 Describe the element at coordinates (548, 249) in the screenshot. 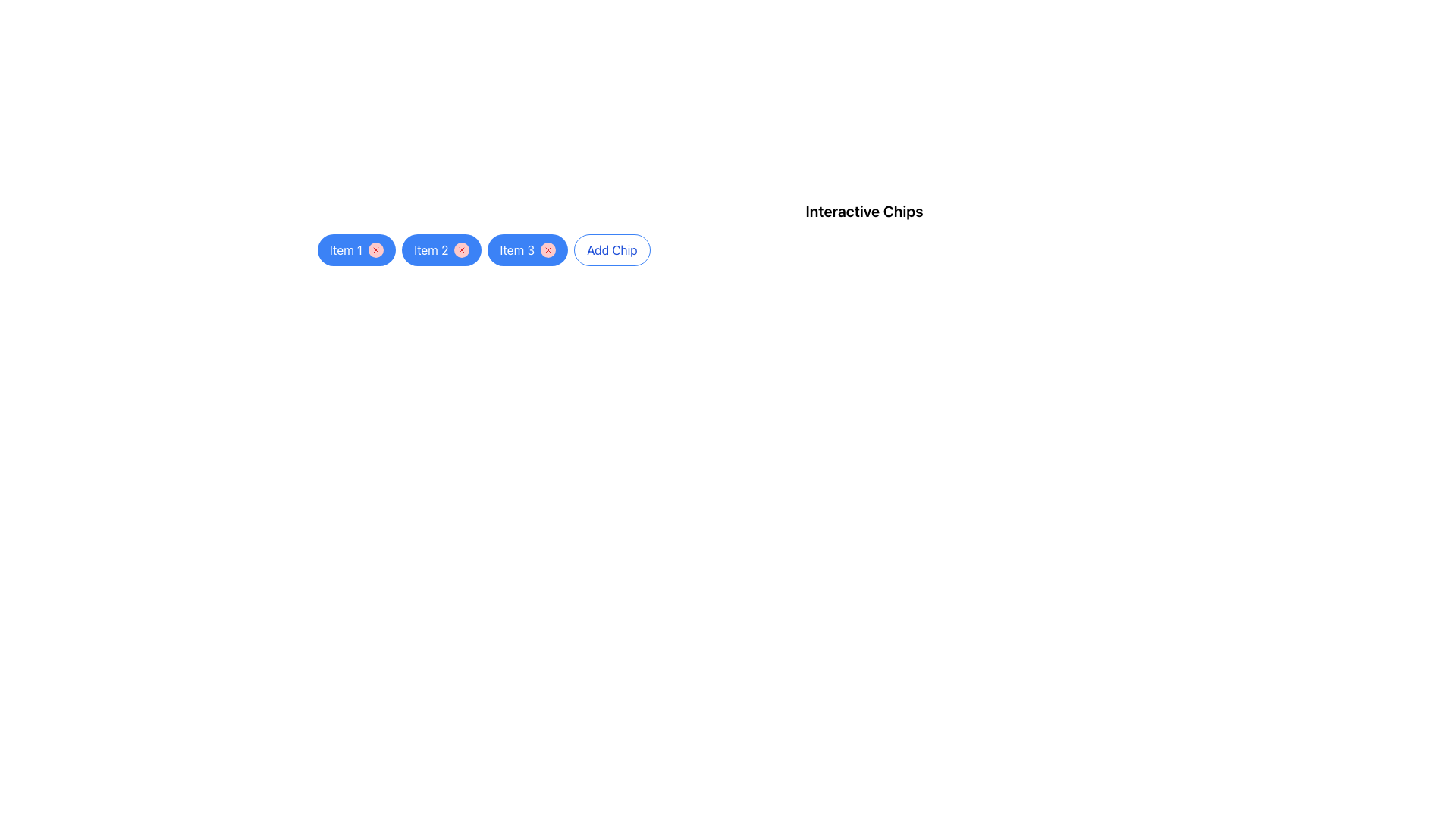

I see `the 'X' icon button, which is the third in a sequence of interactive chips labeled 'Item 1', 'Item 2', and 'Item 3'` at that location.